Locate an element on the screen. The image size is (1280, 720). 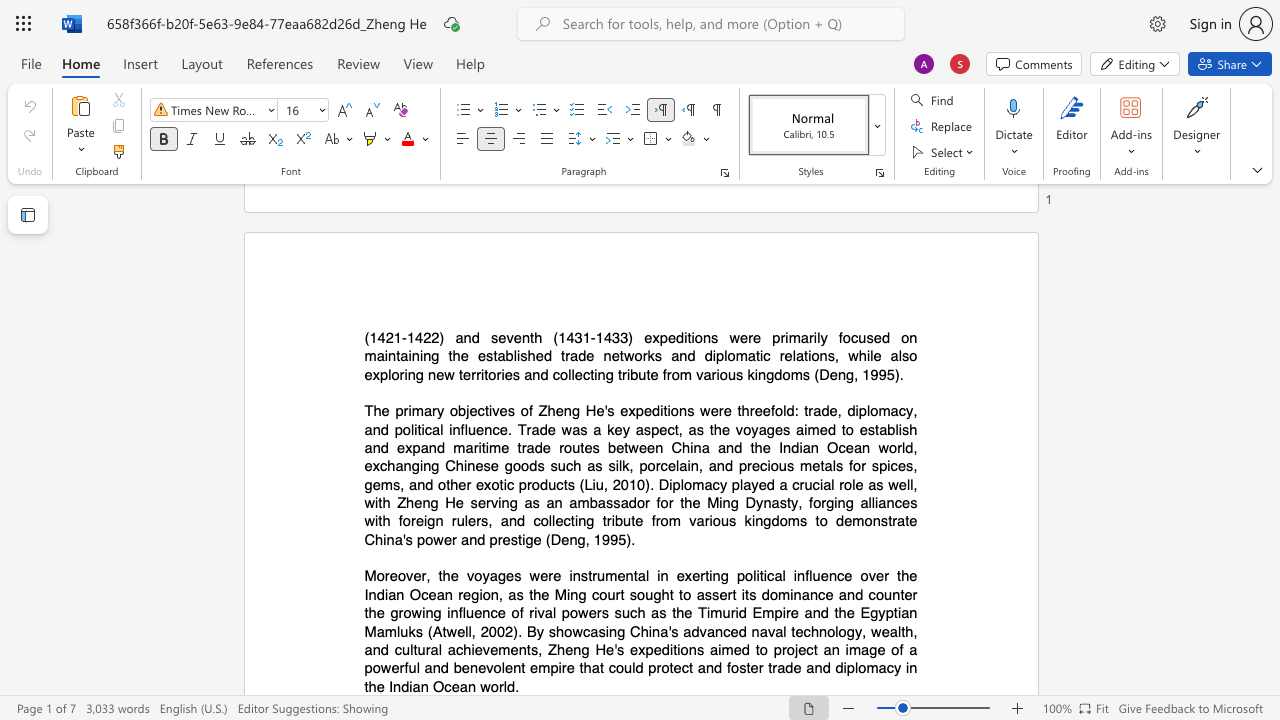
the subset text "aime" within the text "China" is located at coordinates (710, 649).